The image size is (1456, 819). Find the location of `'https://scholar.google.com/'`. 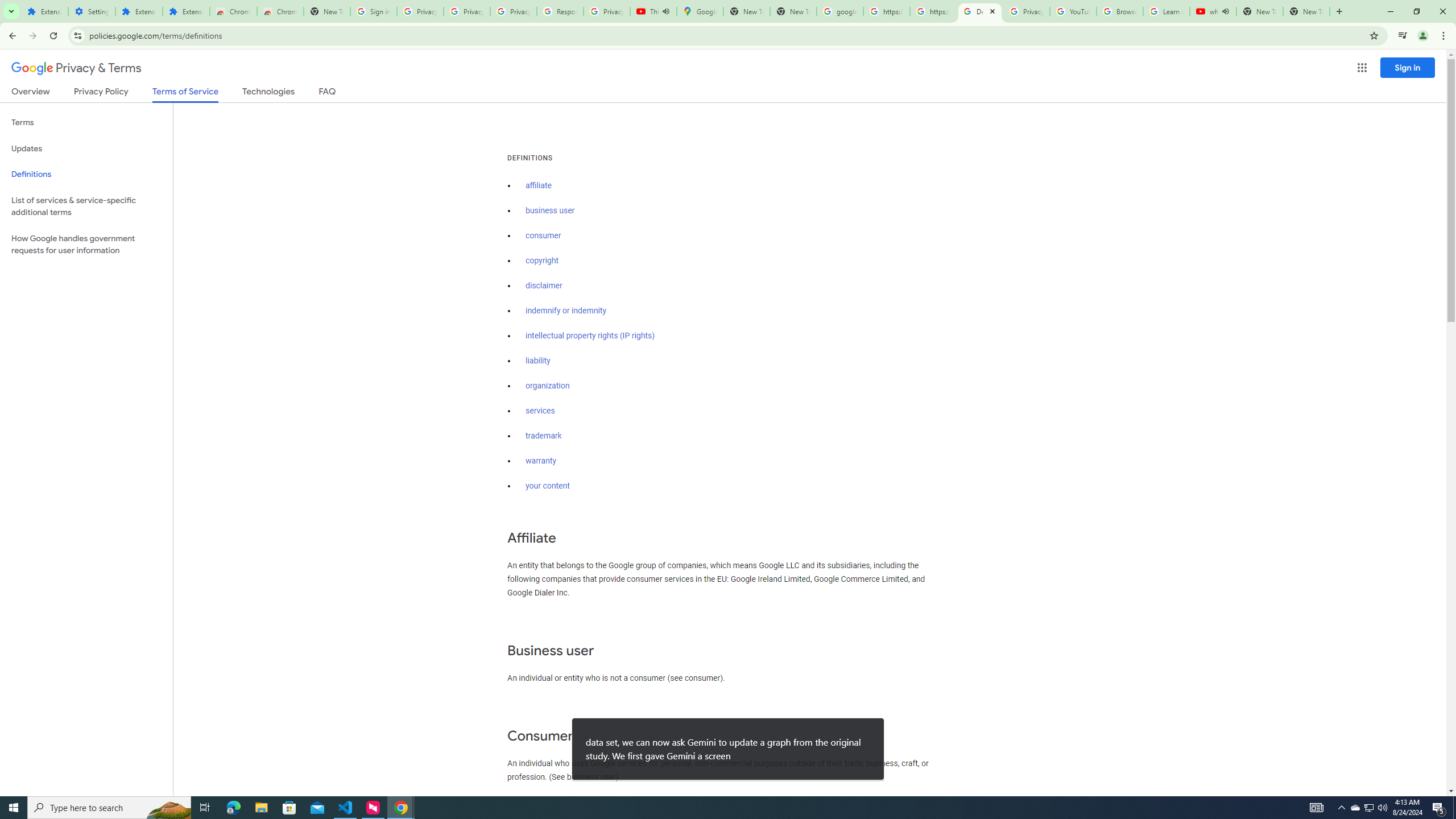

'https://scholar.google.com/' is located at coordinates (932, 11).